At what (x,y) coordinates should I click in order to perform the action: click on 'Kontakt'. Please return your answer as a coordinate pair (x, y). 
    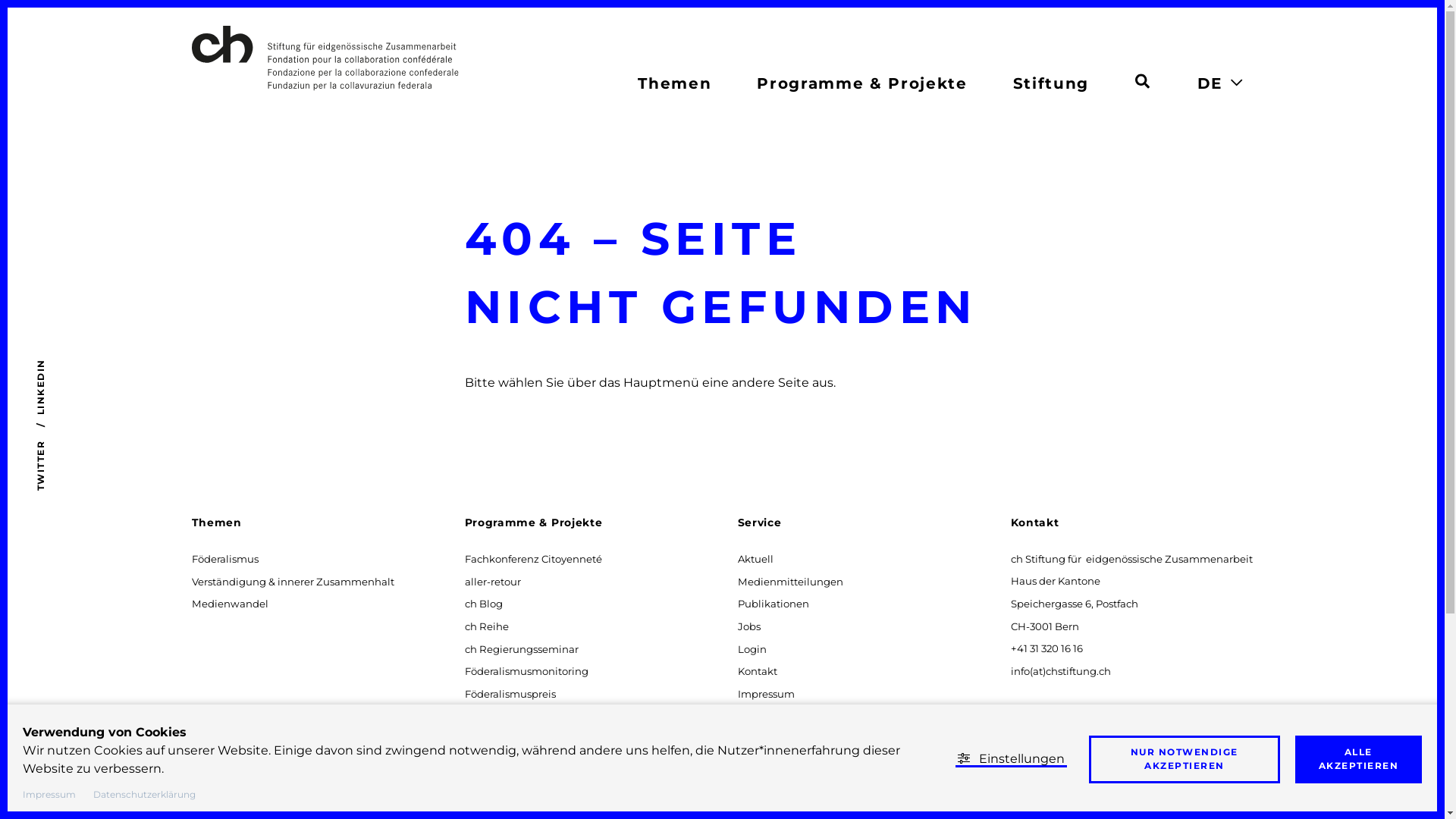
    Looking at the image, I should click on (757, 670).